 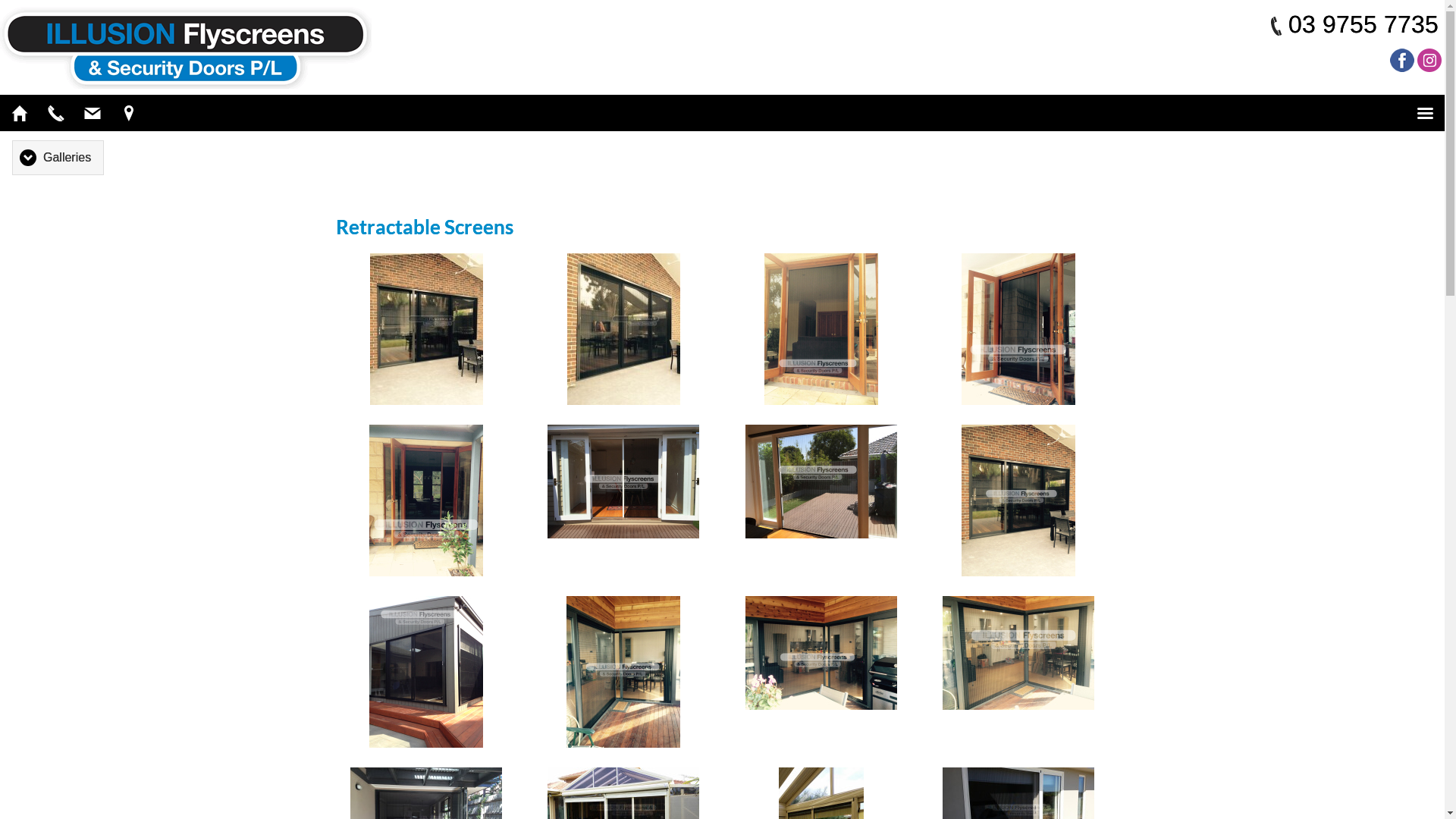 What do you see at coordinates (1288, 24) in the screenshot?
I see `'03 9755 7735'` at bounding box center [1288, 24].